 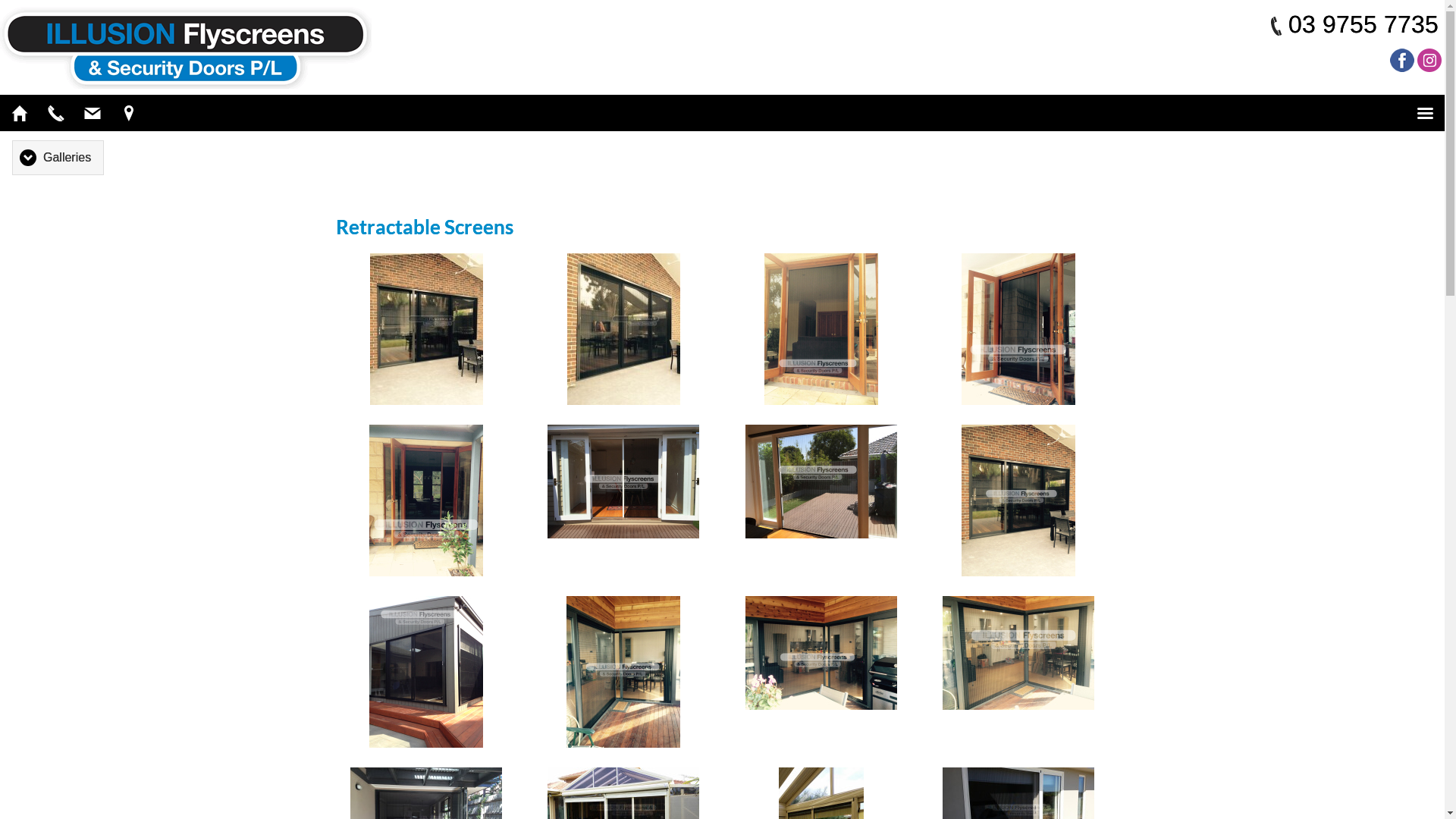 What do you see at coordinates (1288, 24) in the screenshot?
I see `'03 9755 7735'` at bounding box center [1288, 24].